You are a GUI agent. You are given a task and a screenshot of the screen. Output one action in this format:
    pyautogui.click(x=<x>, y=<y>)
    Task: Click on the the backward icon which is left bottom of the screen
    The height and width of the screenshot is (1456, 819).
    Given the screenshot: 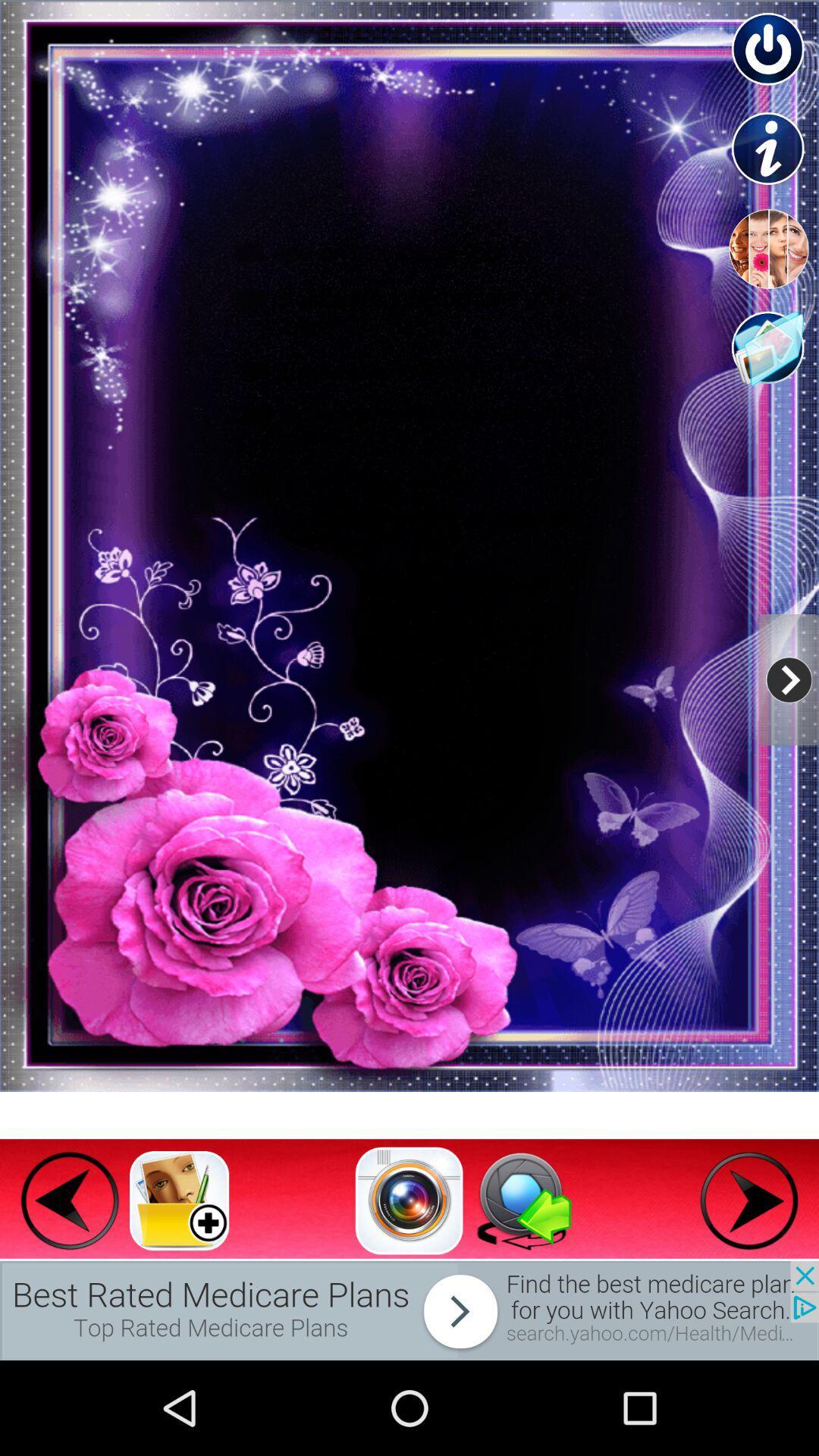 What is the action you would take?
    pyautogui.click(x=70, y=1200)
    